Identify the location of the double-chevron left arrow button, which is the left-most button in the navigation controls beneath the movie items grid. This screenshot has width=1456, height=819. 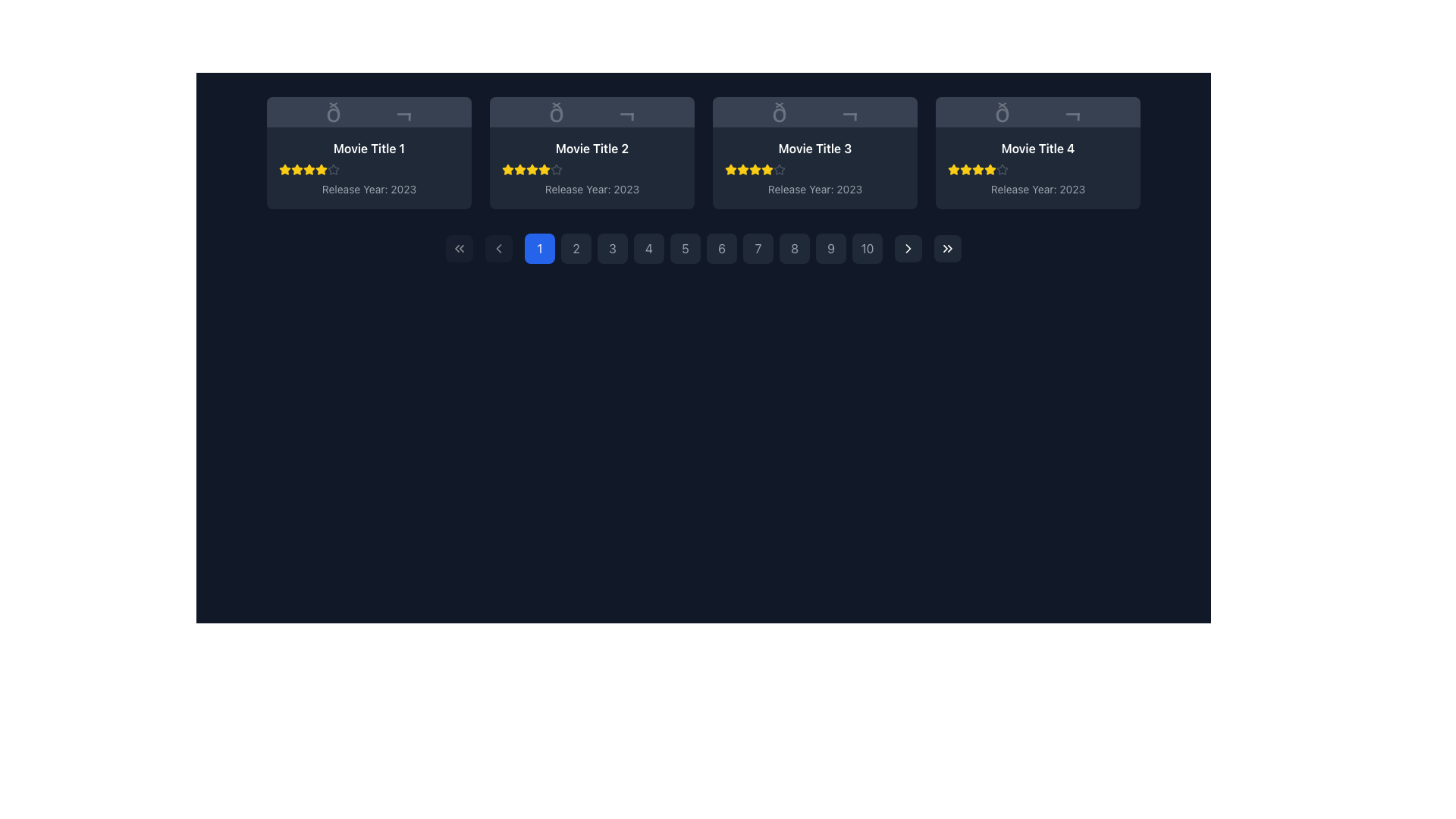
(458, 247).